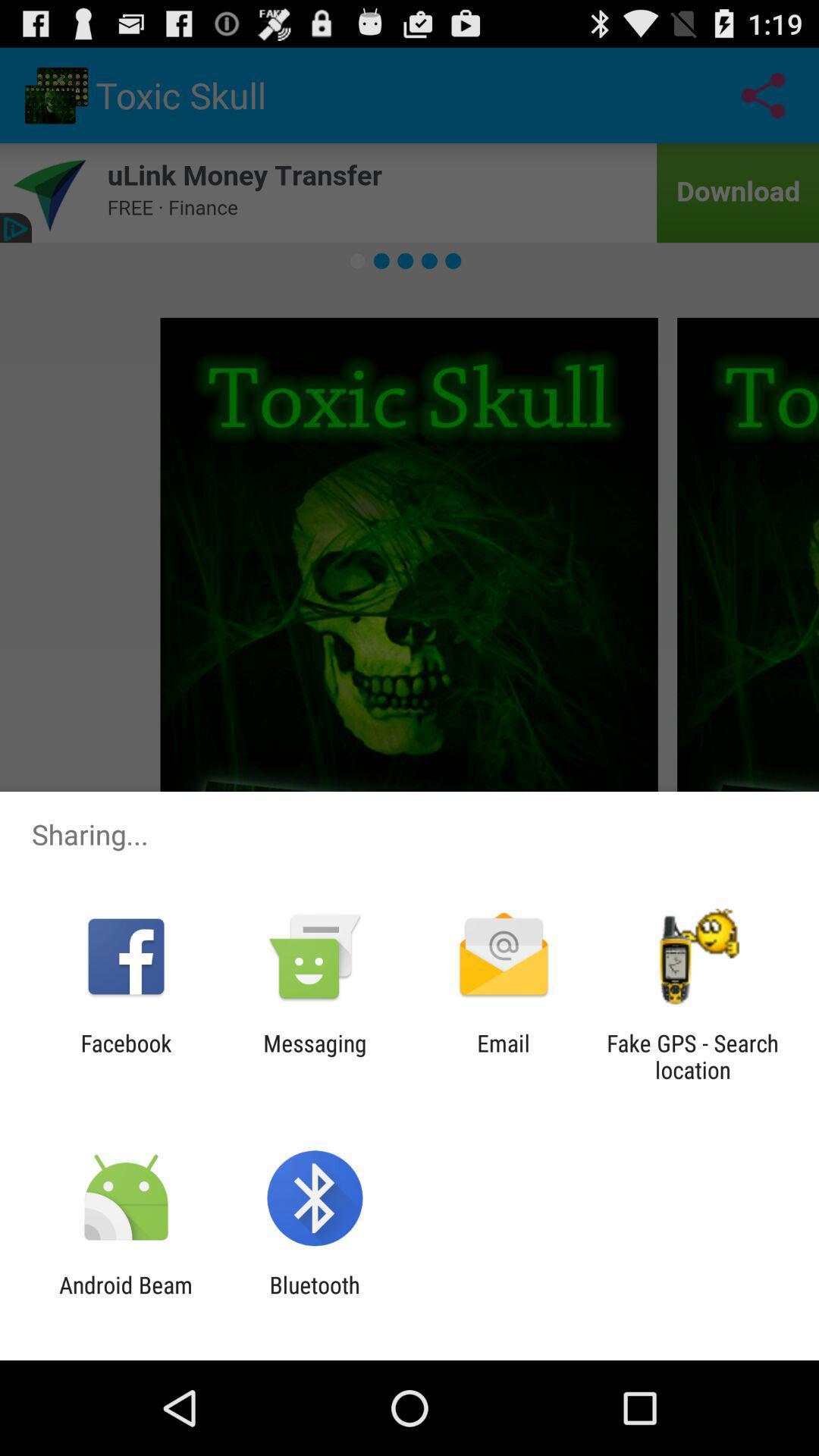 Image resolution: width=819 pixels, height=1456 pixels. Describe the element at coordinates (692, 1056) in the screenshot. I see `the fake gps search` at that location.